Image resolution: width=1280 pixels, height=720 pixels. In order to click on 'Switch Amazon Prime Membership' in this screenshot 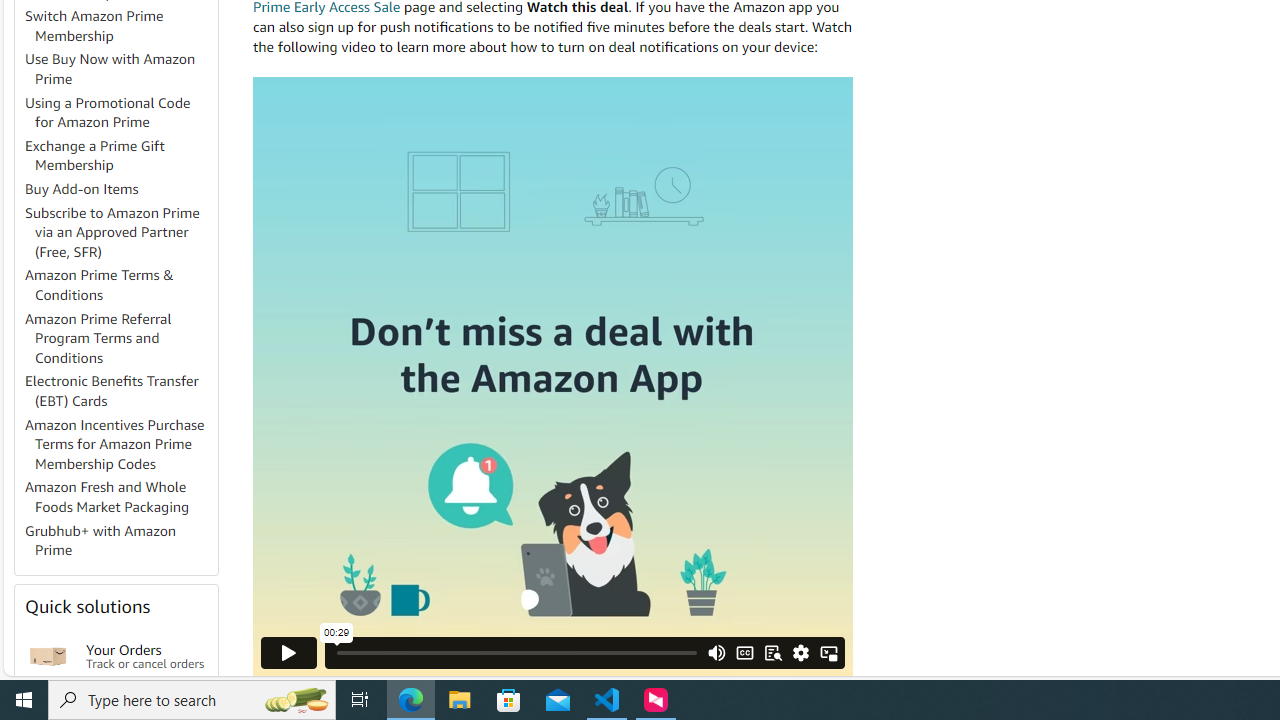, I will do `click(93, 25)`.